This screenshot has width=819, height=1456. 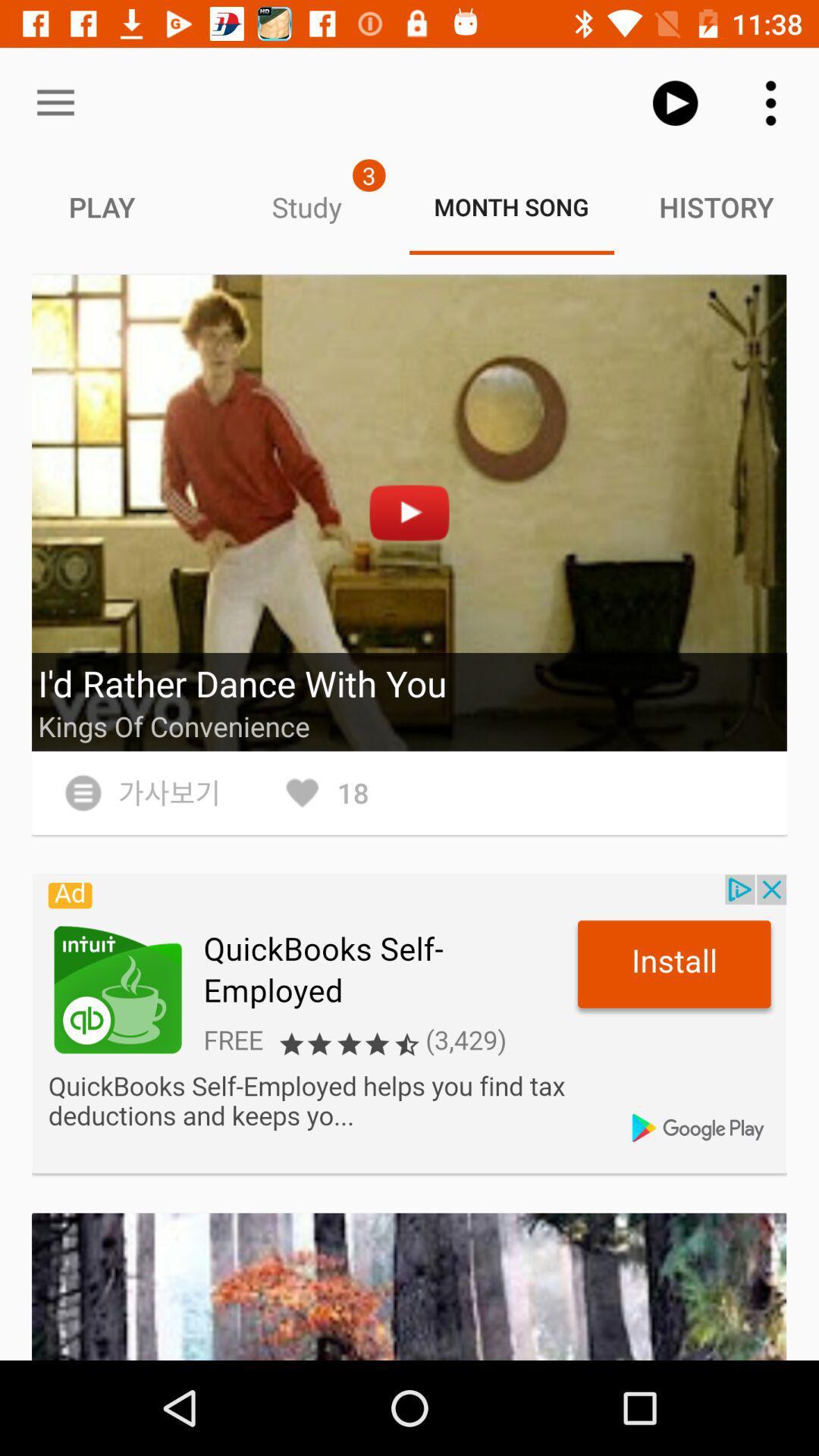 I want to click on video, so click(x=409, y=513).